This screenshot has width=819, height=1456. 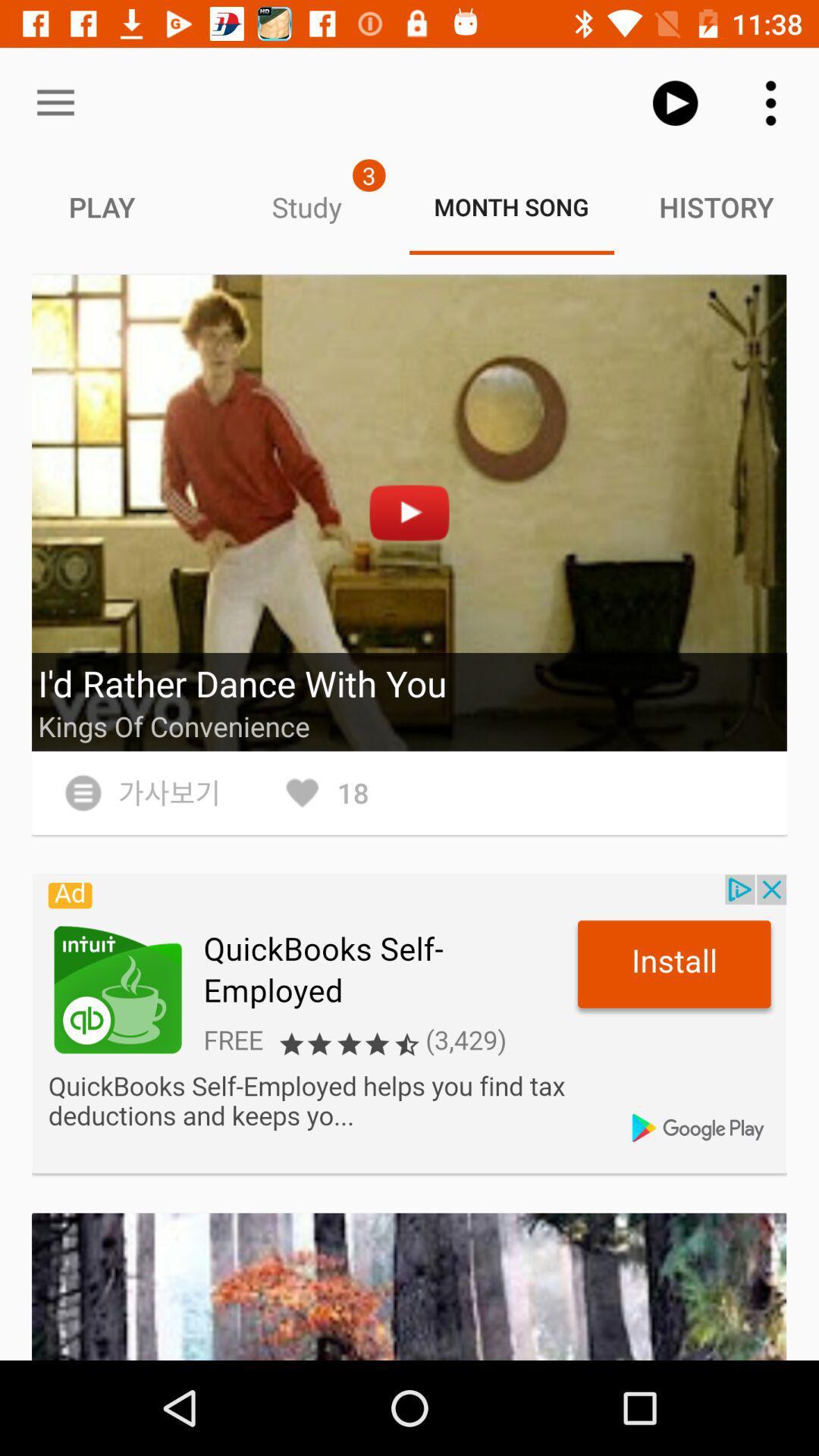 I want to click on video, so click(x=409, y=513).